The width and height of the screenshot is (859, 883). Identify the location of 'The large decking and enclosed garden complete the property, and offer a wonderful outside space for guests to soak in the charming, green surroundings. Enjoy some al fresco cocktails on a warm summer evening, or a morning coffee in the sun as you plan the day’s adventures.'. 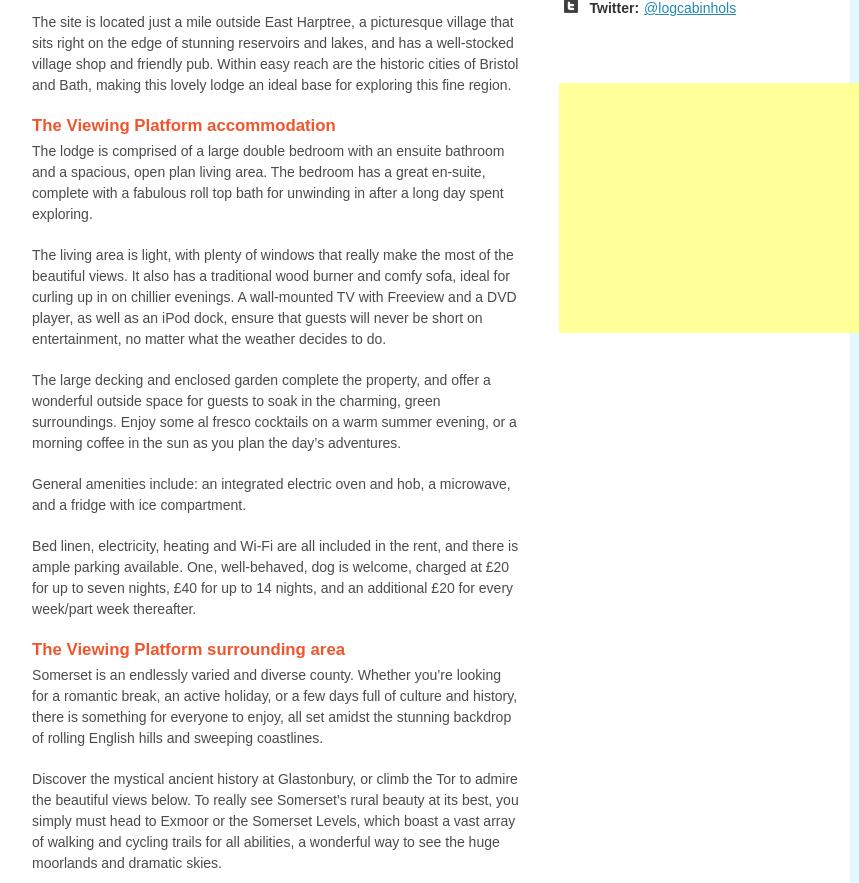
(273, 411).